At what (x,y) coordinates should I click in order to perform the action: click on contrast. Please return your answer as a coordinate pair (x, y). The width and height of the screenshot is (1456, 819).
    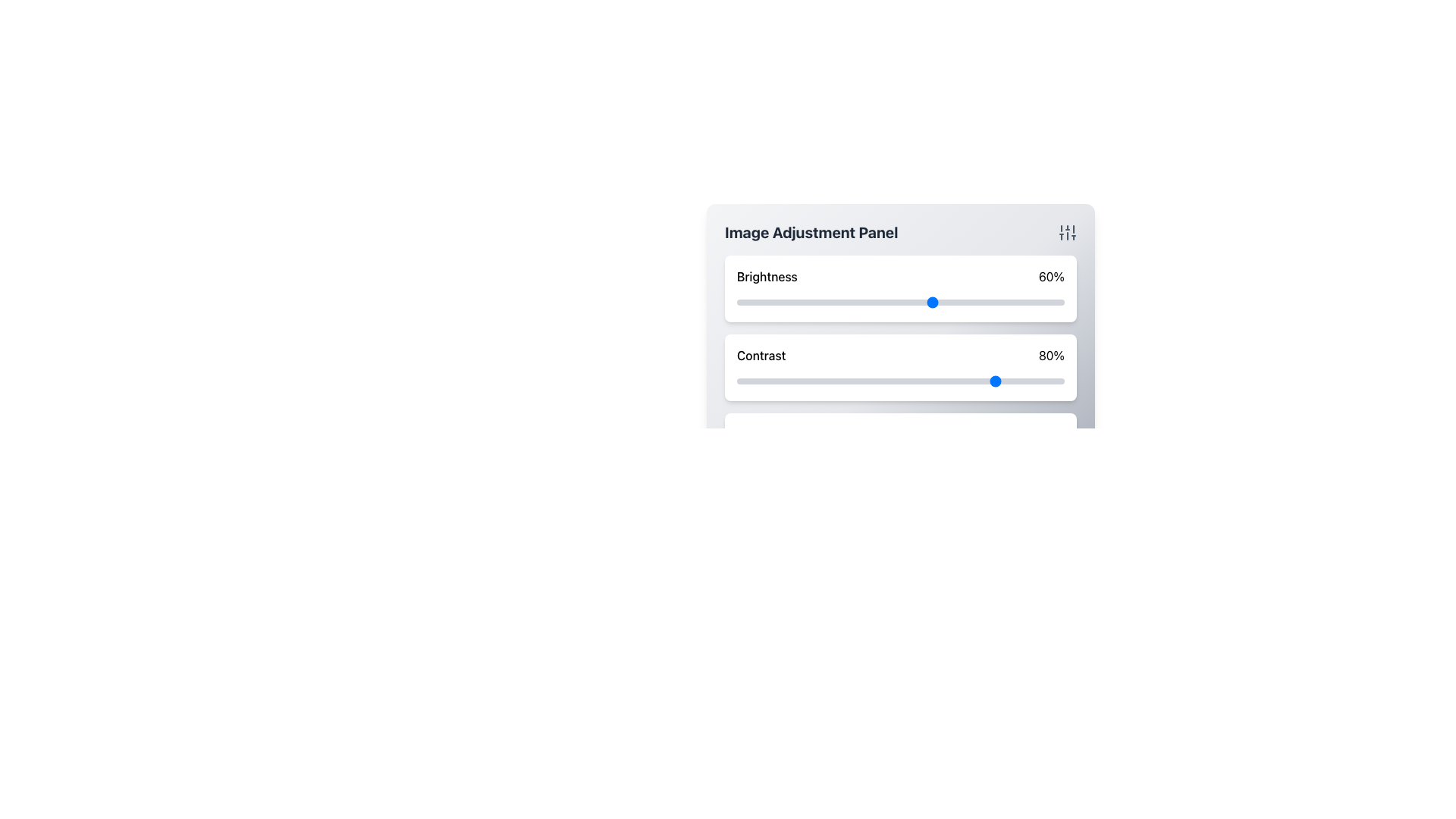
    Looking at the image, I should click on (773, 380).